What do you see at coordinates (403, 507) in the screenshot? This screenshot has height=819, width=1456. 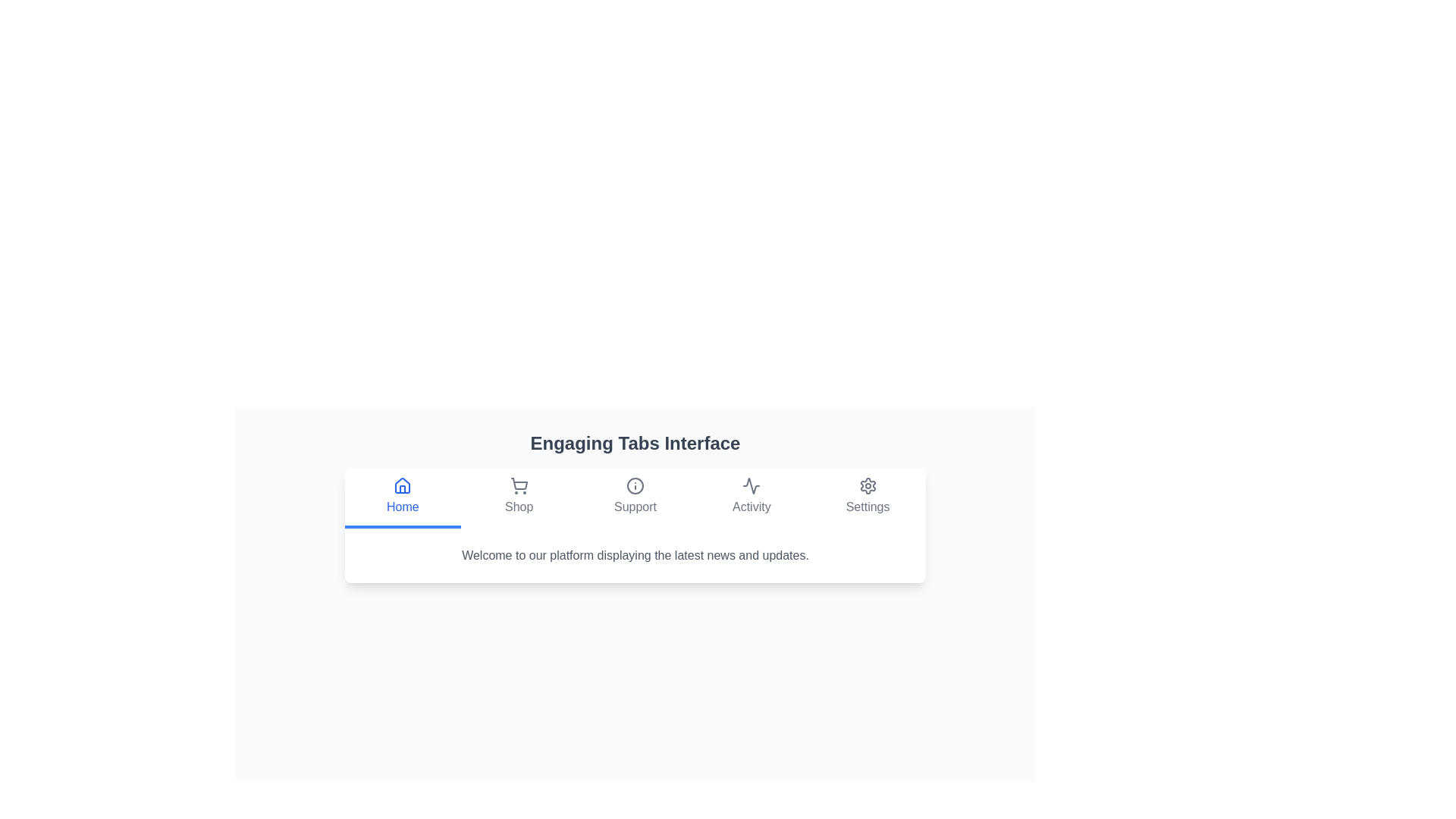 I see `the 'Home' text label in the navigation bar` at bounding box center [403, 507].